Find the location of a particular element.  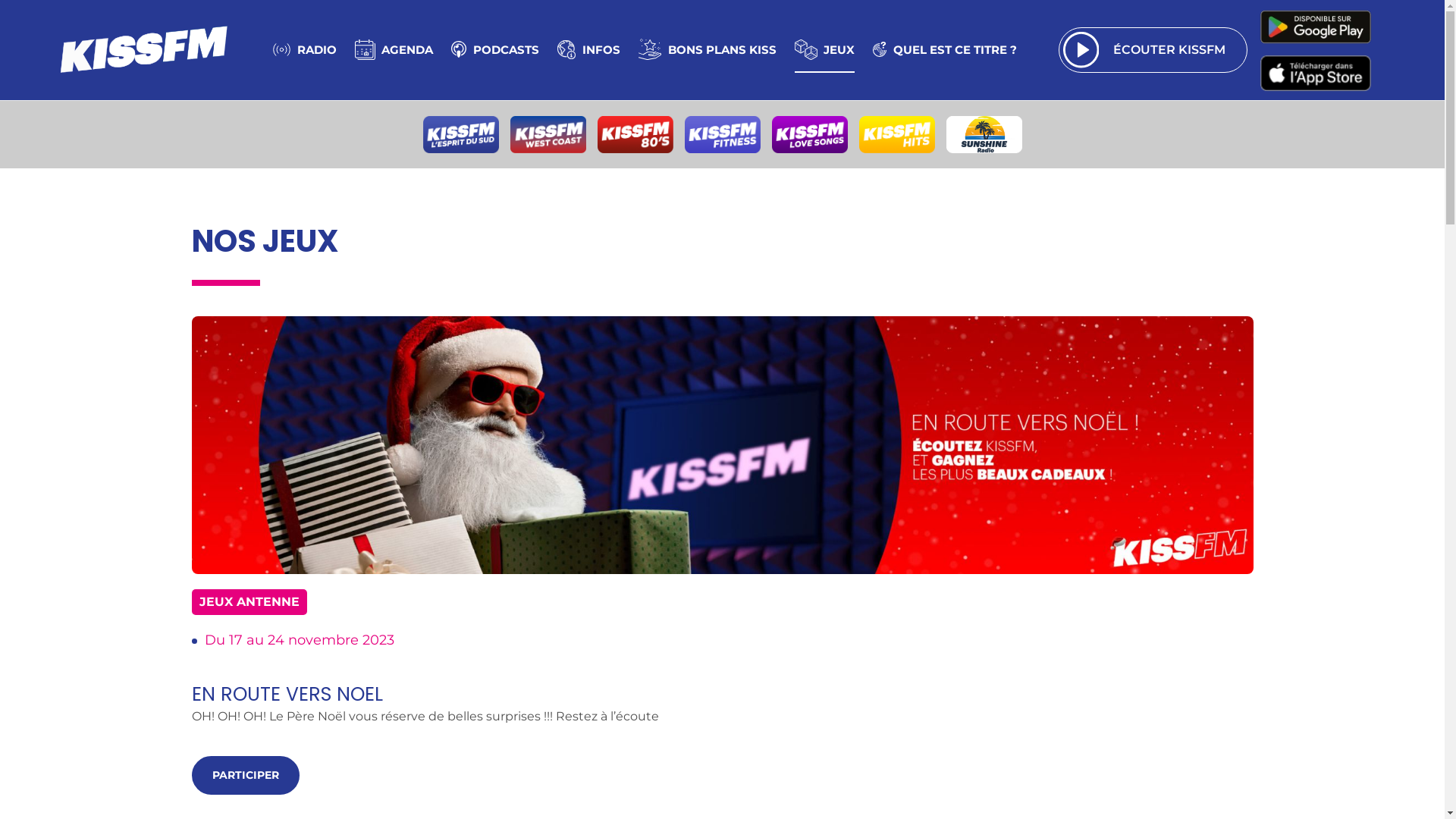

'QUEL EST CE TITRE ?' is located at coordinates (944, 49).